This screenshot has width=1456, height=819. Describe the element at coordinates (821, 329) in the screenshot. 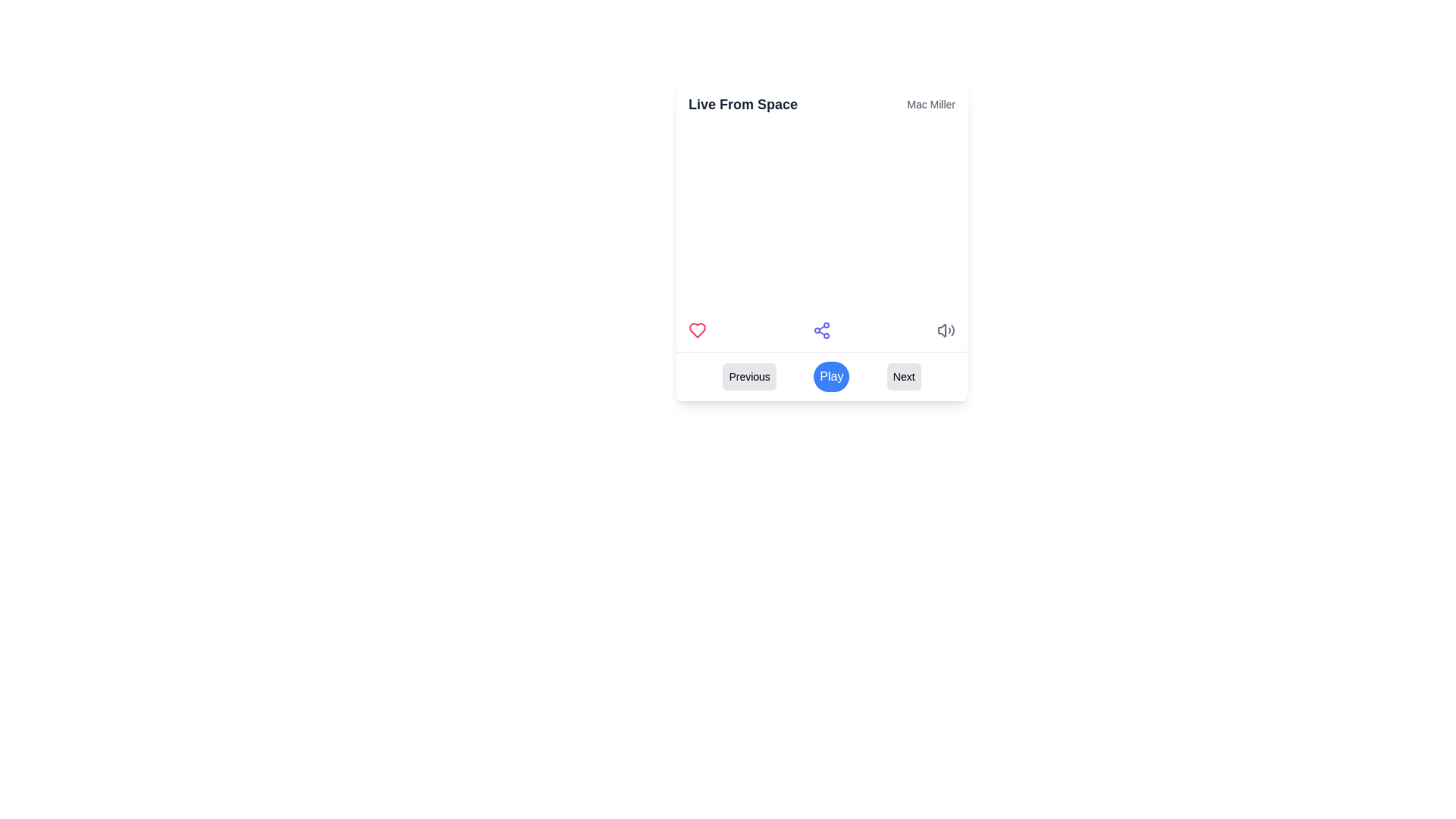

I see `the blueish-purple share icon located at the bottom part of the card interface` at that location.